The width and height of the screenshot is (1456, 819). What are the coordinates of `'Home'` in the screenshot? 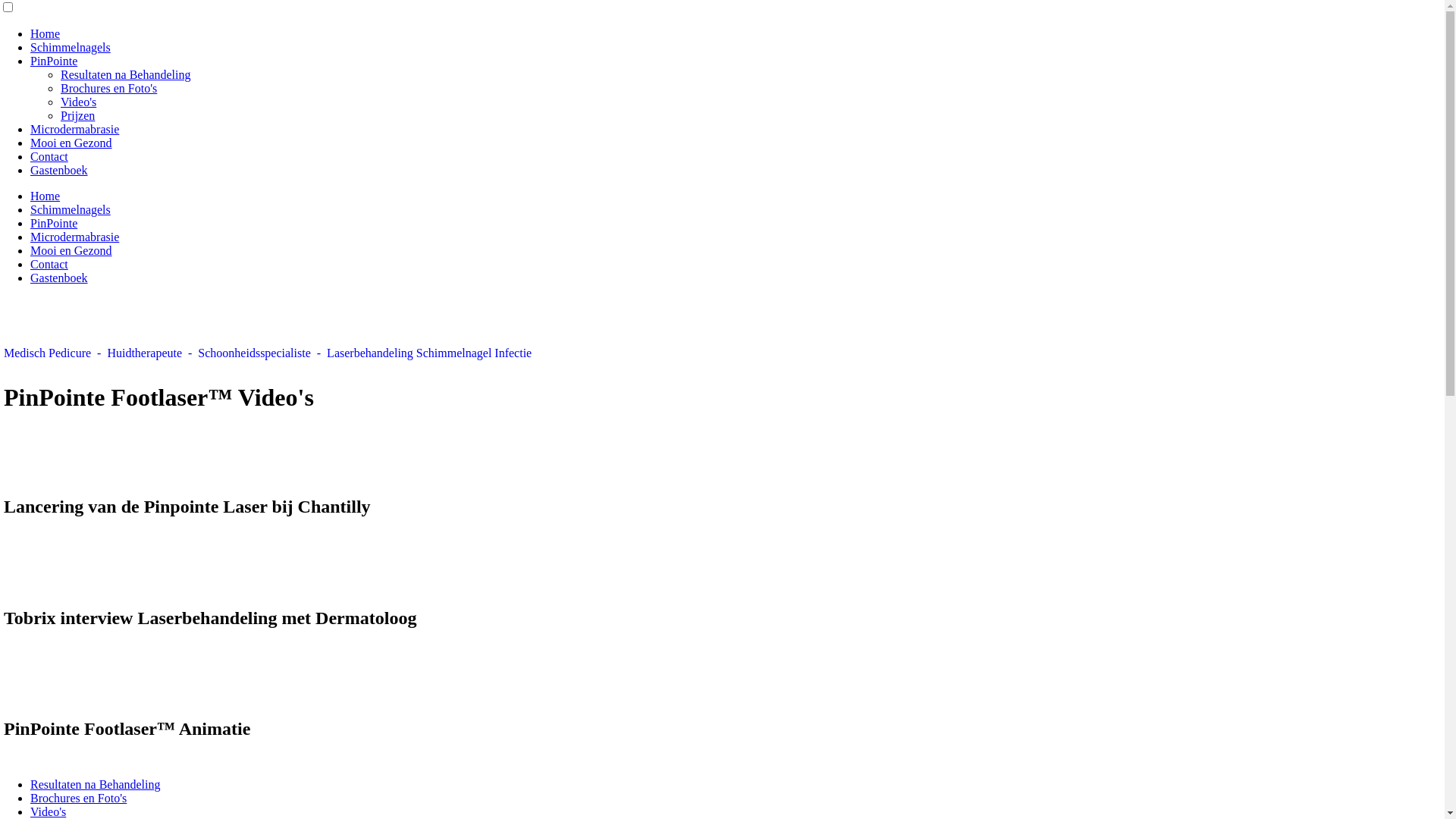 It's located at (45, 33).